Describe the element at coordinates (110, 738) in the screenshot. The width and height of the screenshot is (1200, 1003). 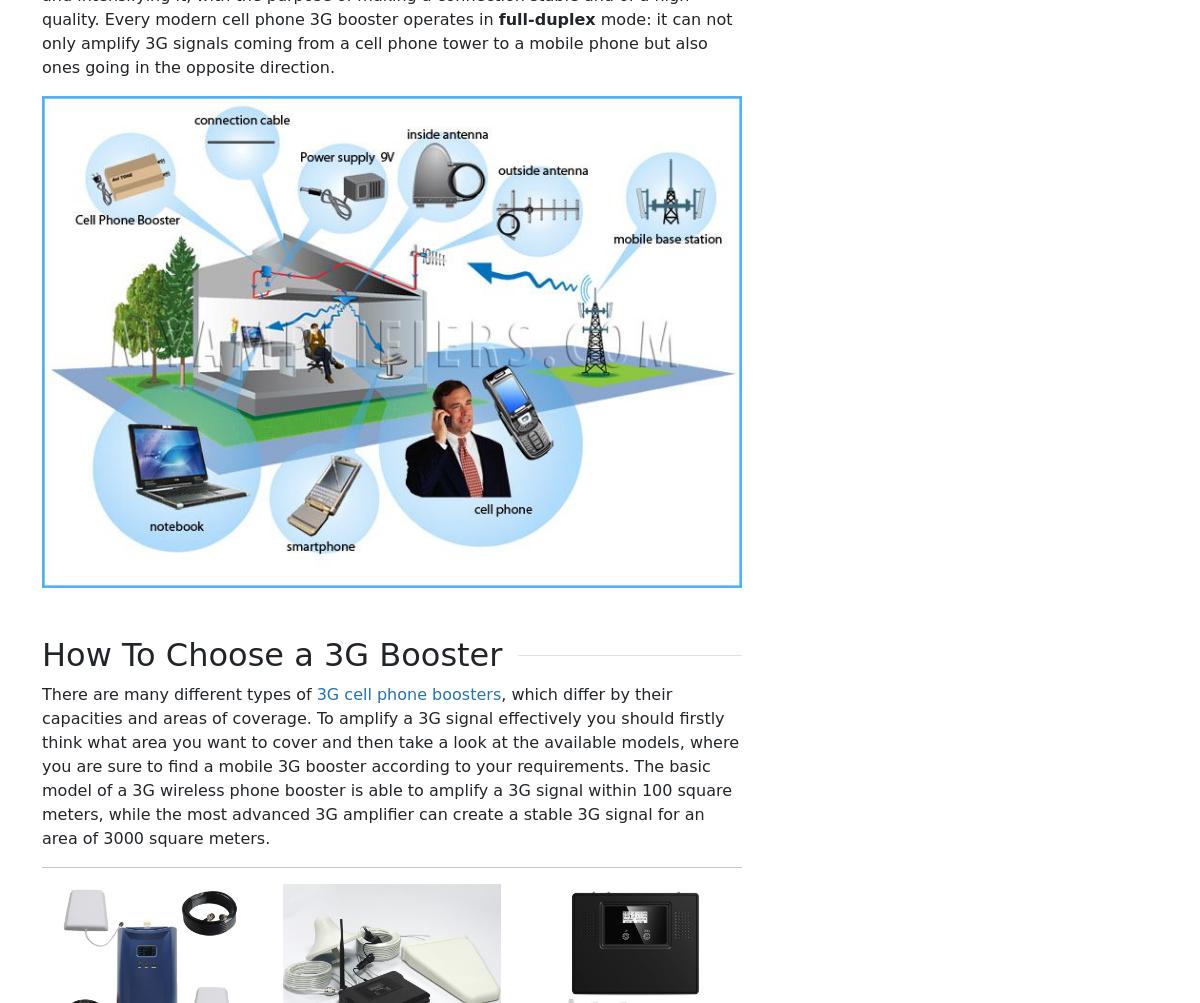
I see `'China - English'` at that location.